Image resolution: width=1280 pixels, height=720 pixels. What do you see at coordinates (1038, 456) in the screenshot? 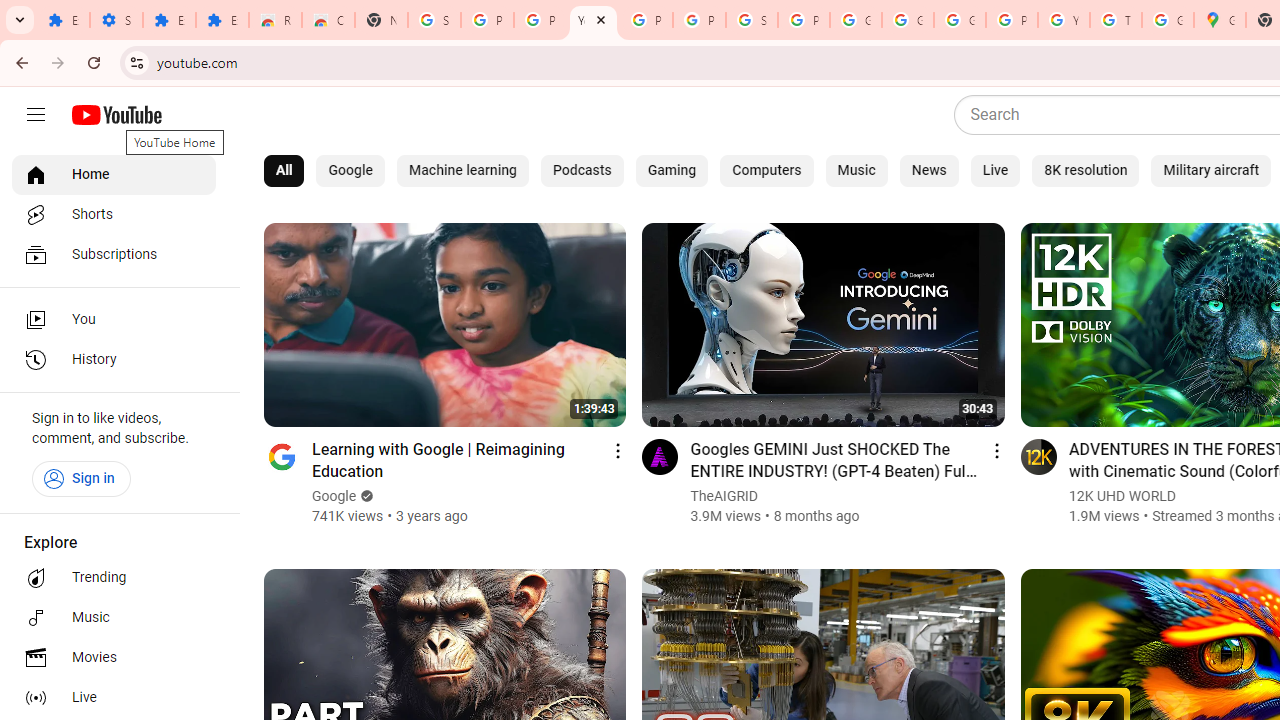
I see `'Go to channel'` at bounding box center [1038, 456].